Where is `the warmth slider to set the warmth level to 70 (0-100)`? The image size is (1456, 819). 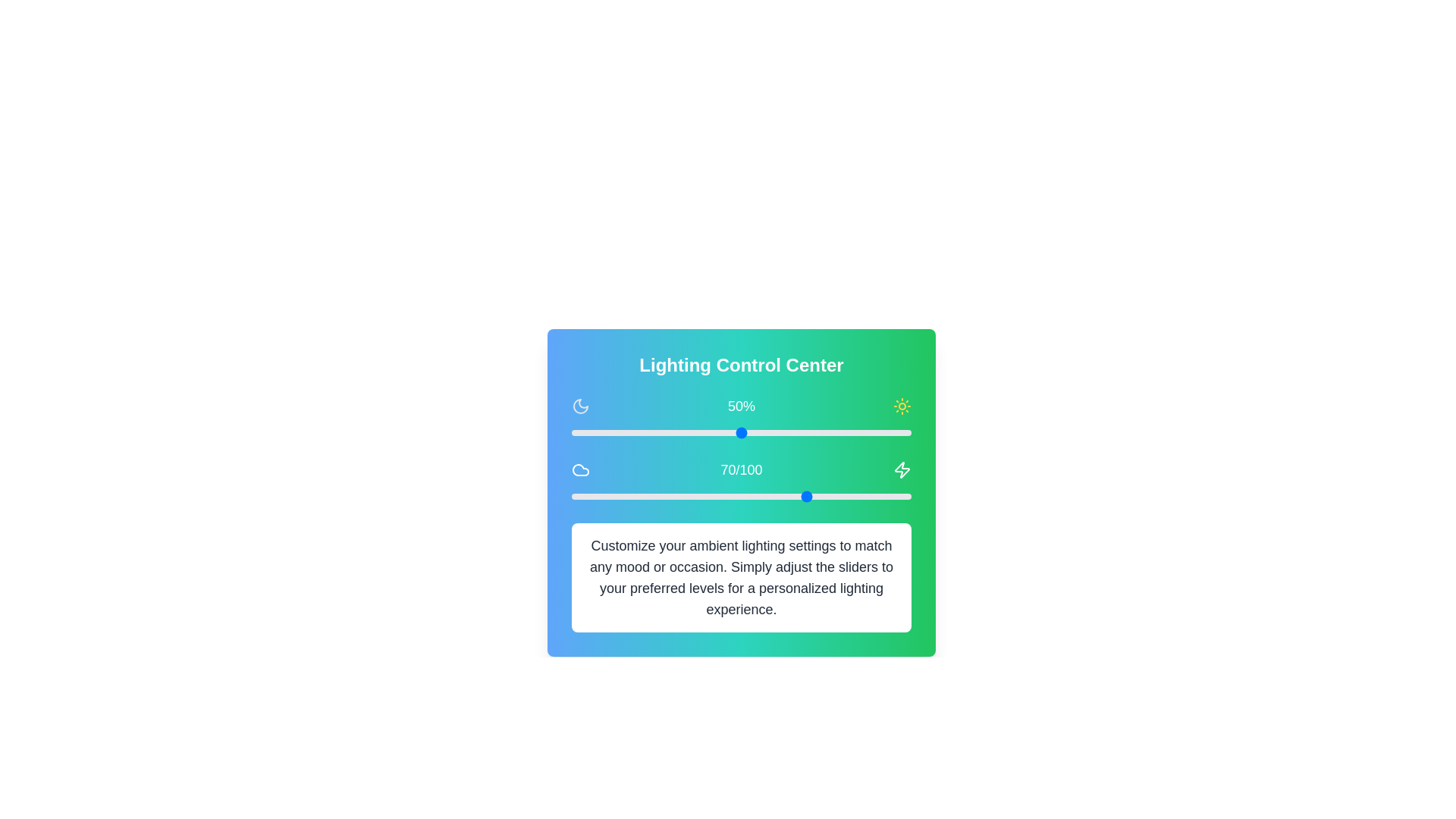 the warmth slider to set the warmth level to 70 (0-100) is located at coordinates (808, 497).